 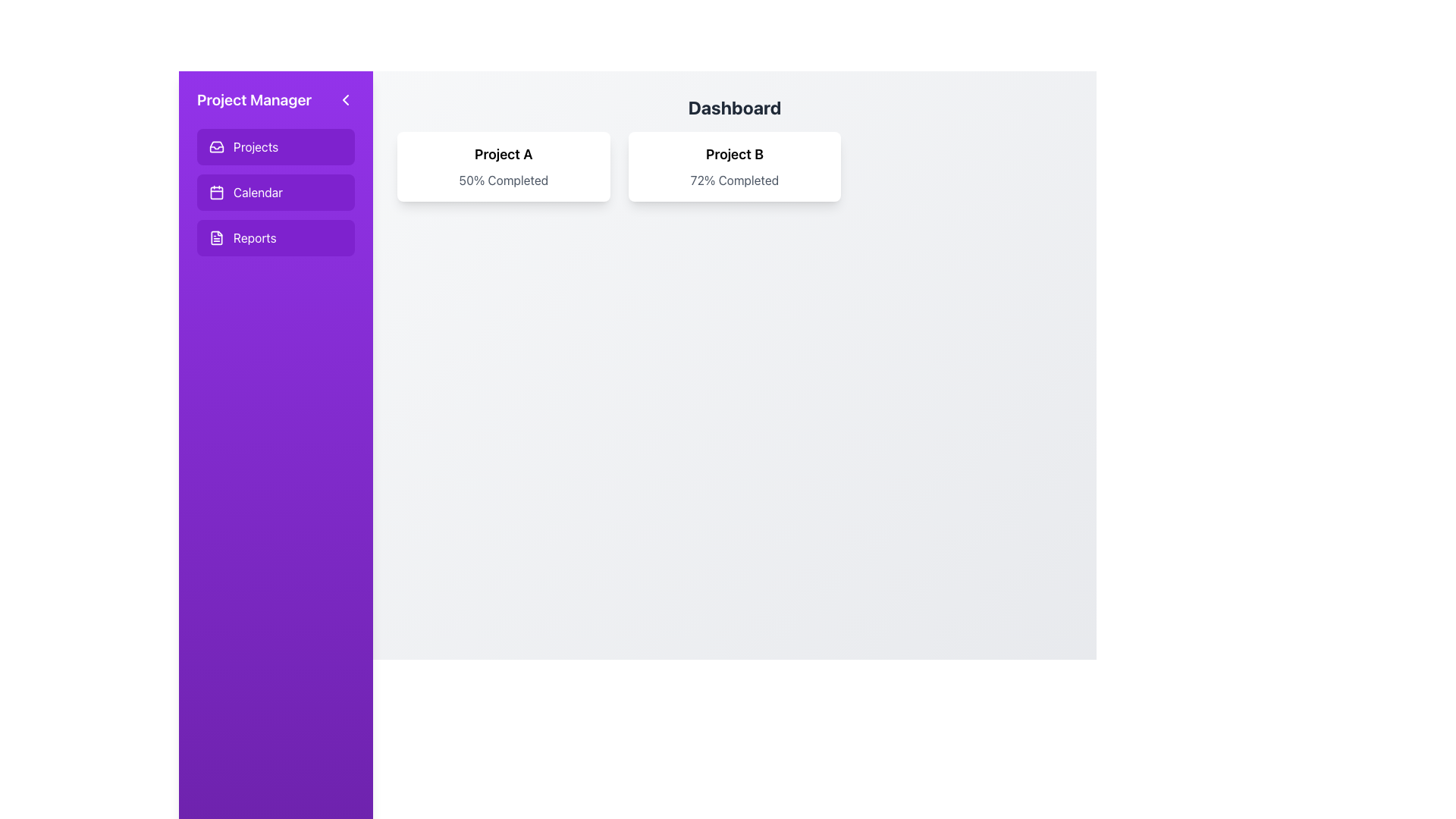 I want to click on the 'Projects' button, which is a rectangular button with an inbox icon and rounded corners, located in the sidebar above the 'Calendar' and 'Reports' buttons, so click(x=276, y=146).